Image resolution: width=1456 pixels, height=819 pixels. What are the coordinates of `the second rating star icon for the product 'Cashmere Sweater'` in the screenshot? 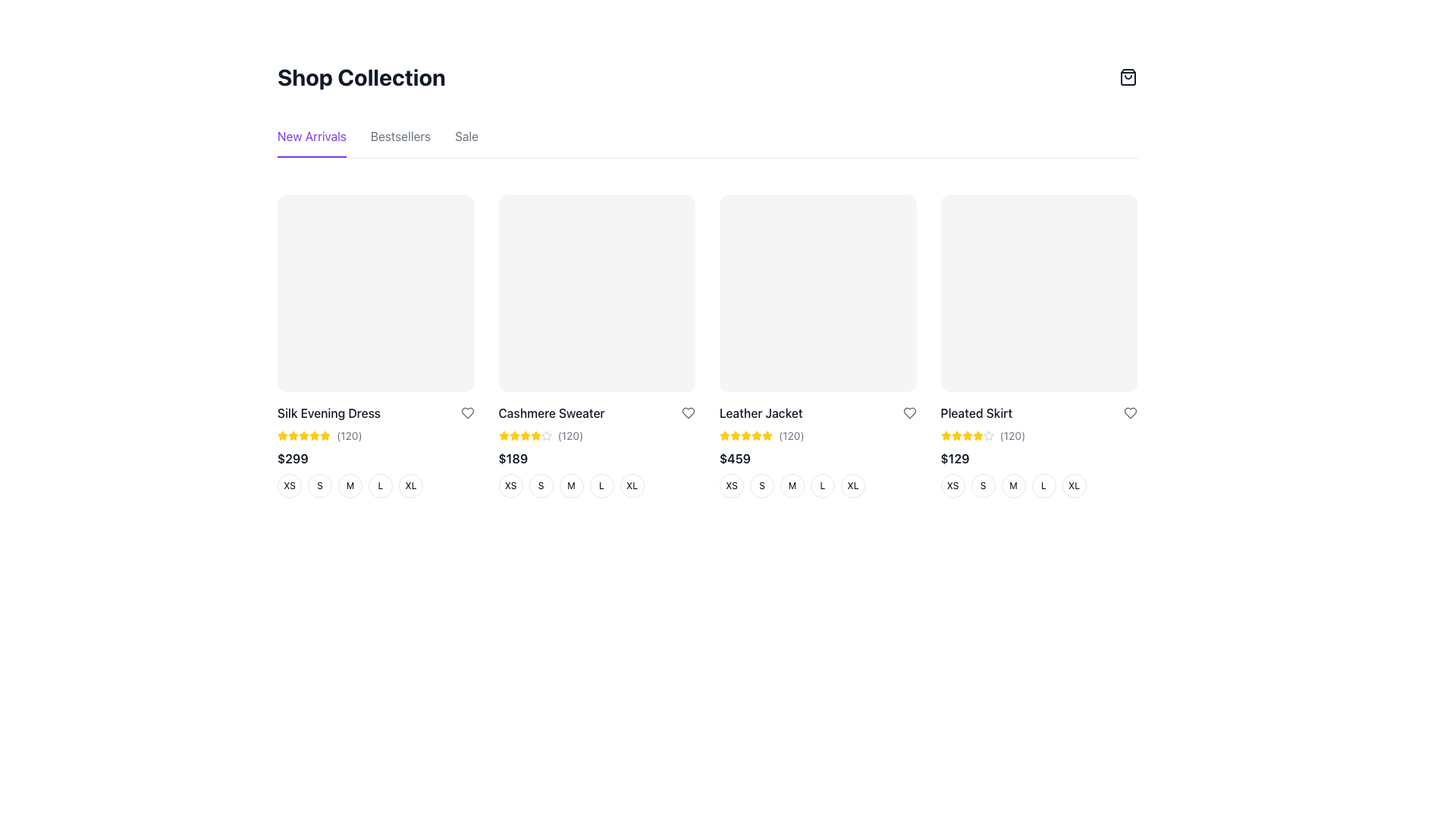 It's located at (546, 435).